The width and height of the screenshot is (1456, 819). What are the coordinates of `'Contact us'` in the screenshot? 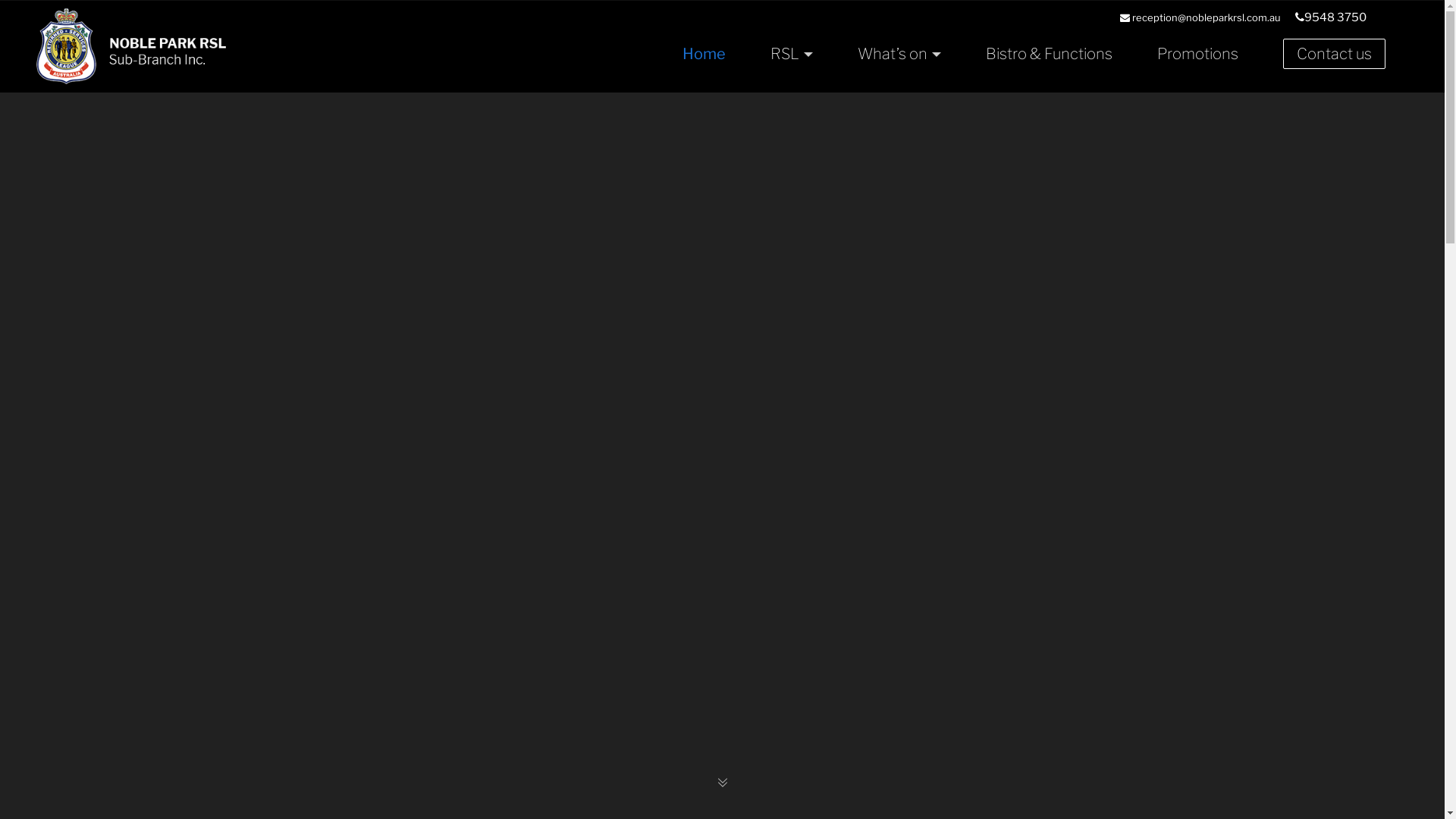 It's located at (1282, 52).